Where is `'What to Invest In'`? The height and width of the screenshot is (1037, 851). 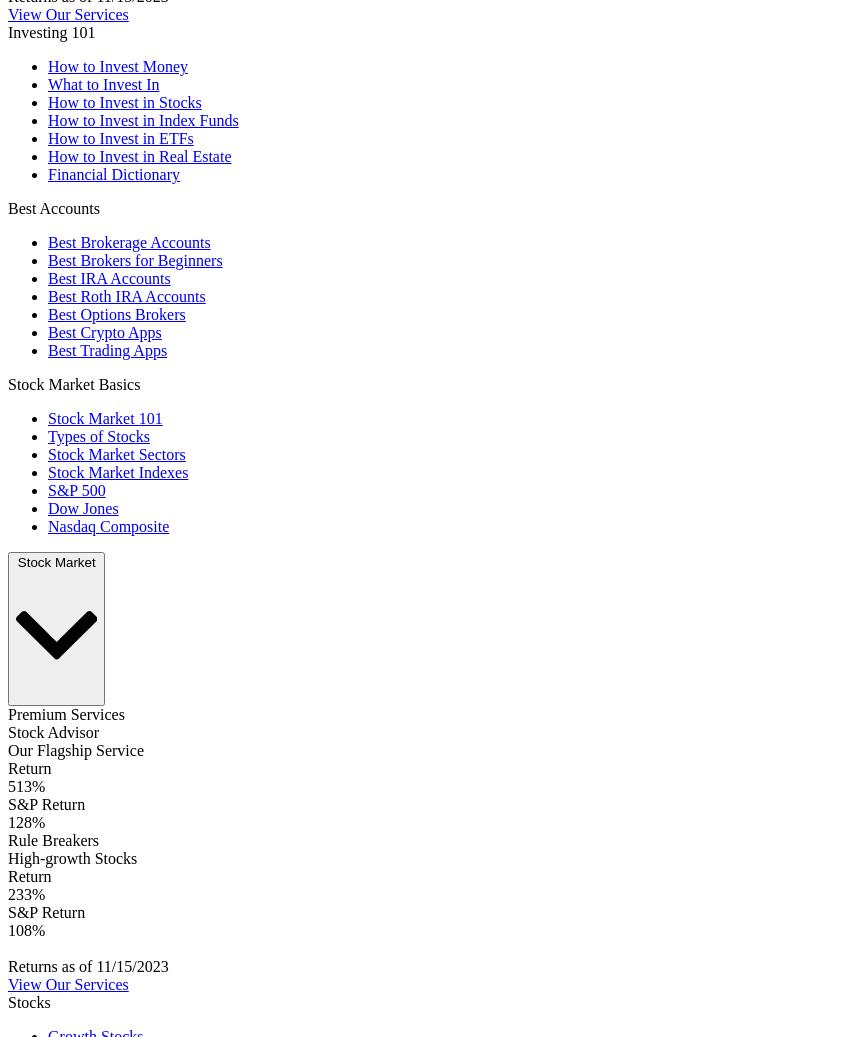
'What to Invest In' is located at coordinates (47, 83).